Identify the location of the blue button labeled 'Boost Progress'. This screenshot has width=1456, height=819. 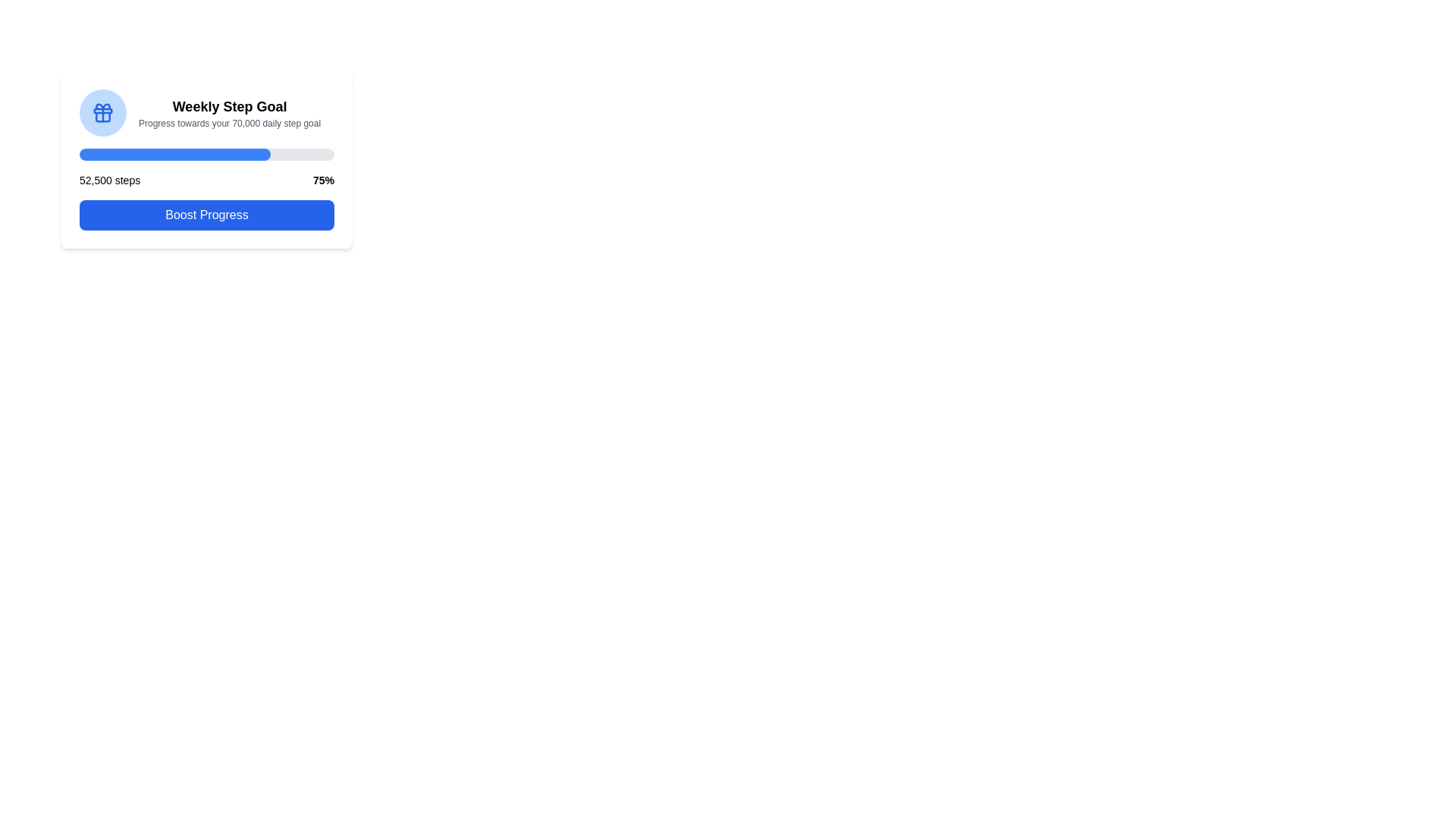
(206, 215).